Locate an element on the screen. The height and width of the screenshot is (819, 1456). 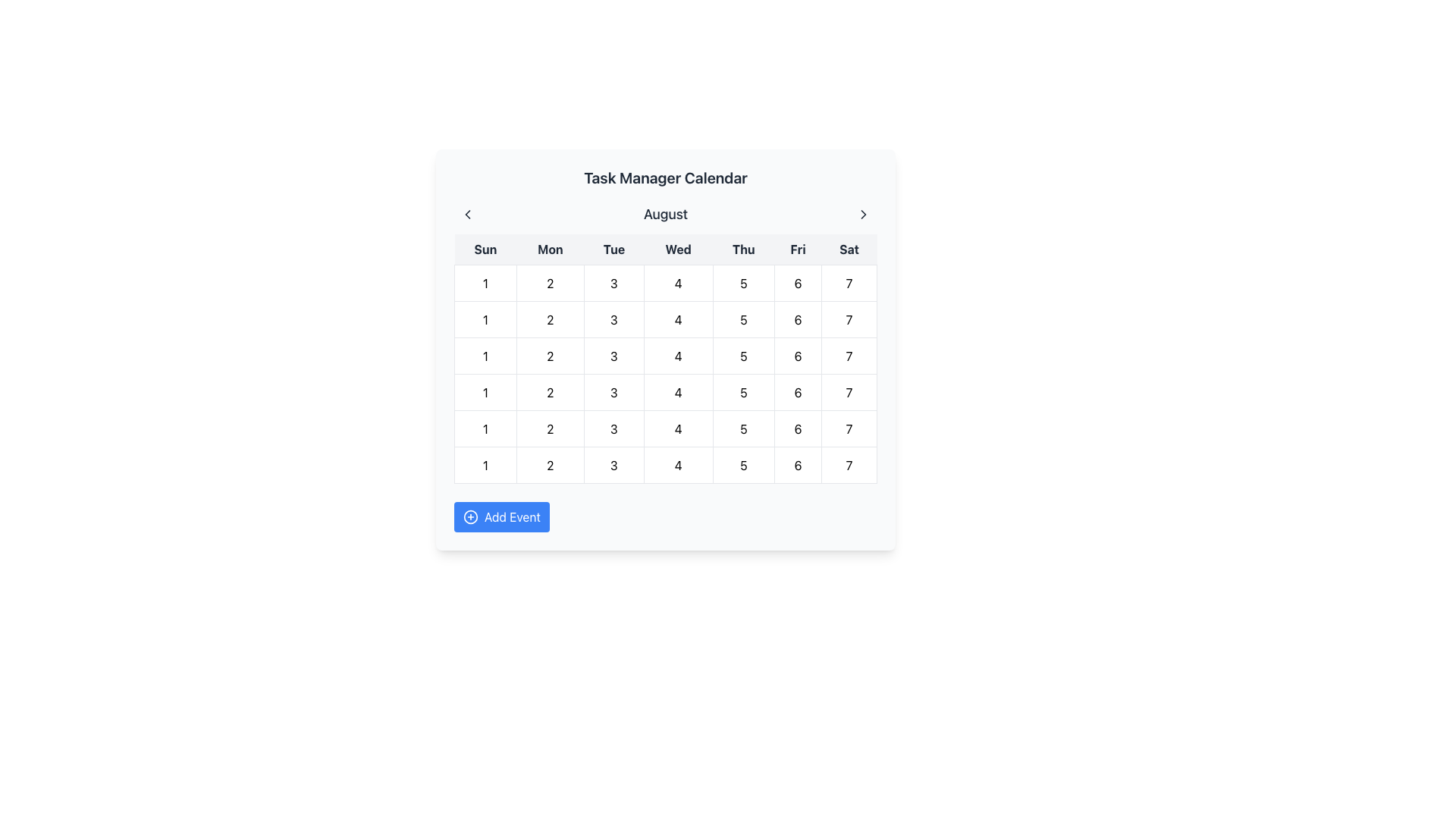
the 'Monday' text label in the weekly calendar header, which is located between 'Sun' and 'Tue' is located at coordinates (549, 249).